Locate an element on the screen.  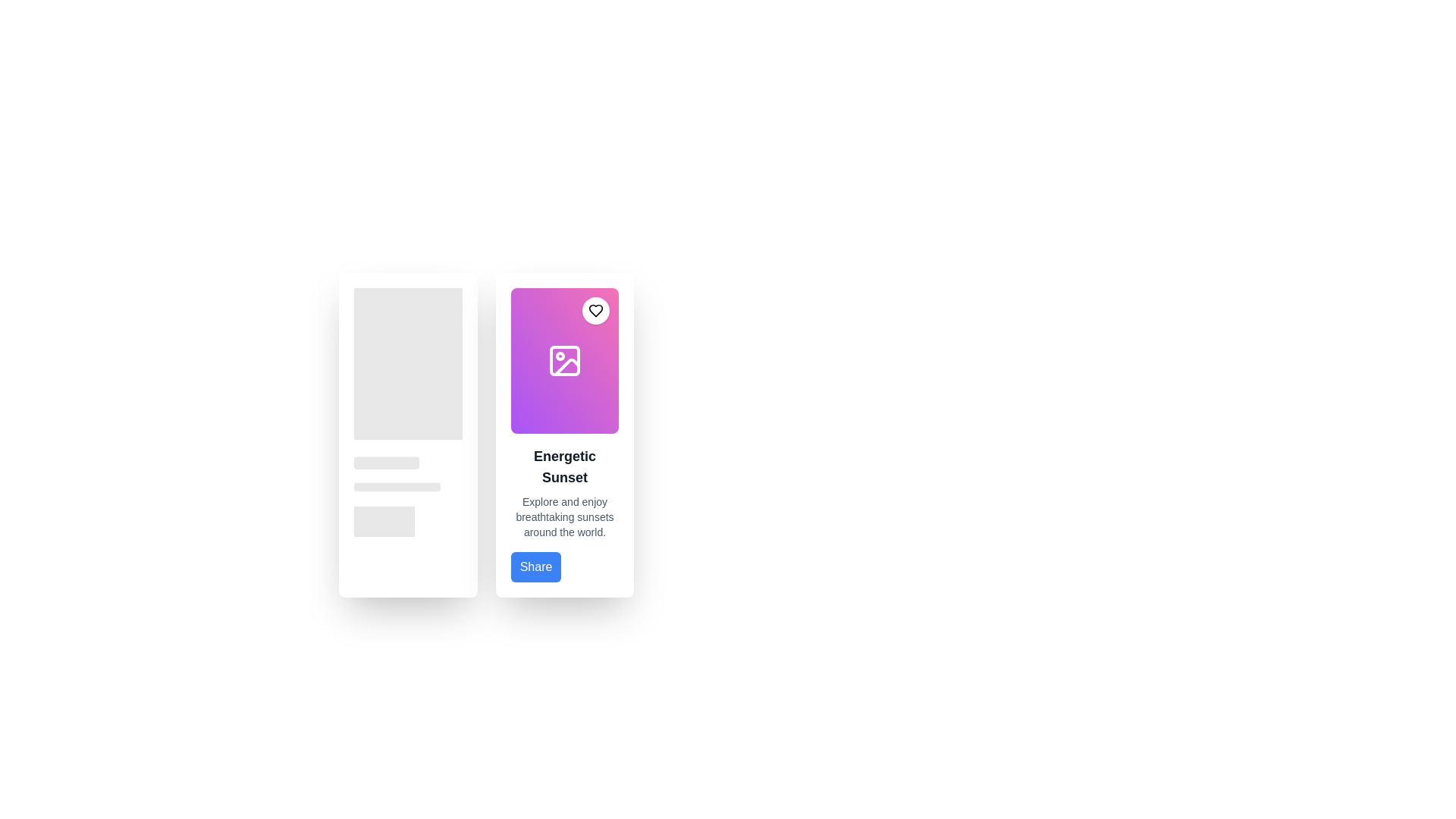
the icon resembling a picture with a mountain design, which is centered in the upper half of the card's purple-to-pink gradient background is located at coordinates (563, 360).